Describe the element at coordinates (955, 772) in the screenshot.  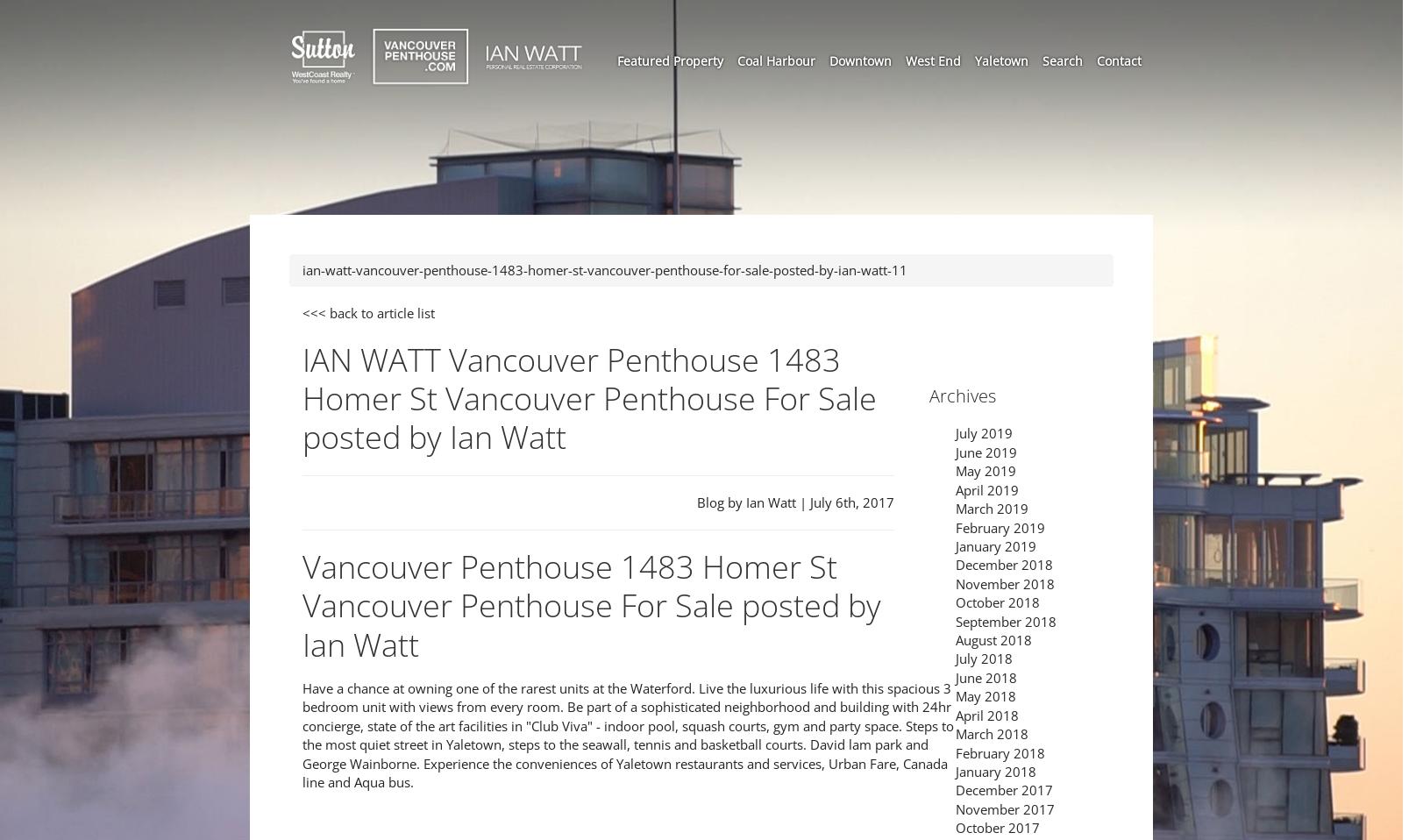
I see `'January 2018'` at that location.